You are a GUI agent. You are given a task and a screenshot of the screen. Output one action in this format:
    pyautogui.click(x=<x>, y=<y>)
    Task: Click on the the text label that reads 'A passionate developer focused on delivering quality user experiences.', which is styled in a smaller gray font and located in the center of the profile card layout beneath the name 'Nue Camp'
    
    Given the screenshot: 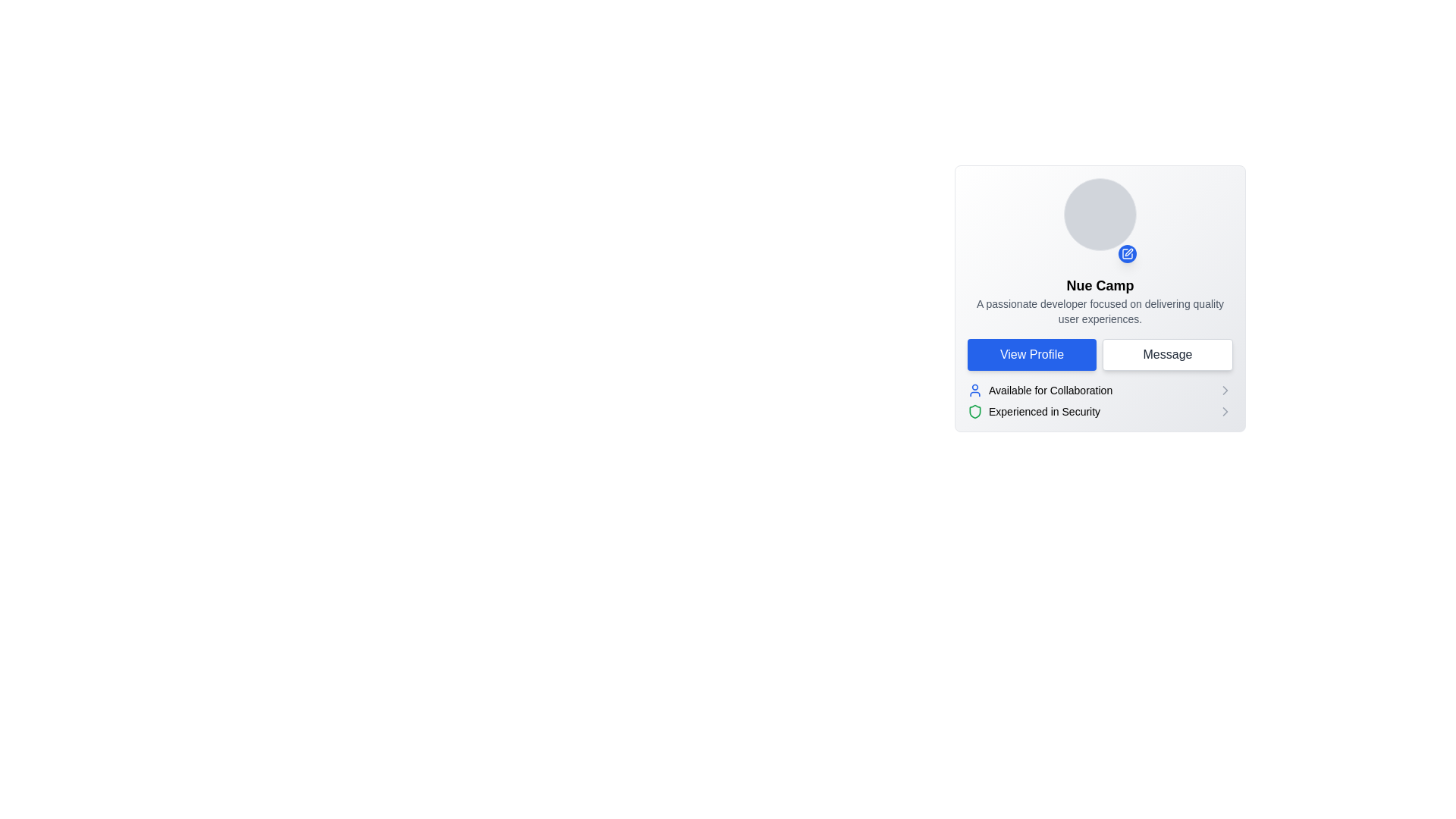 What is the action you would take?
    pyautogui.click(x=1100, y=311)
    